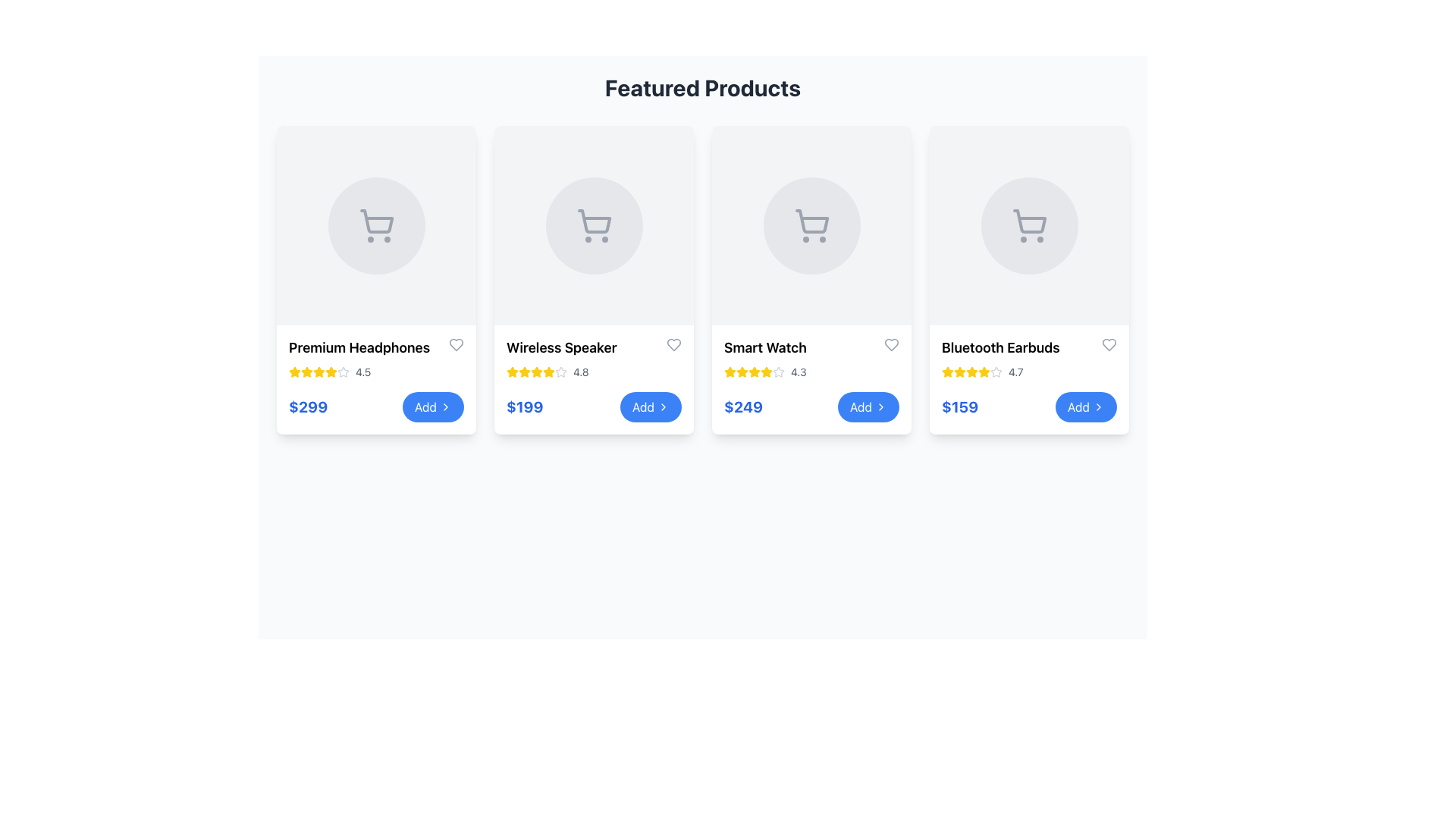 Image resolution: width=1456 pixels, height=819 pixels. I want to click on the heart icon located in the top-right corner of the 'Wireless Speaker' product card, so click(673, 345).